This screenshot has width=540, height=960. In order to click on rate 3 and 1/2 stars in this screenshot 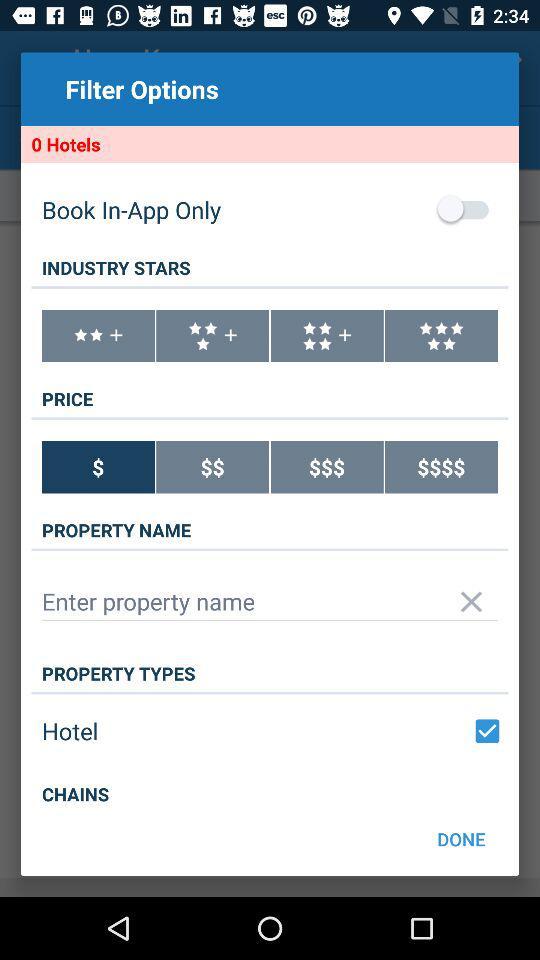, I will do `click(211, 336)`.